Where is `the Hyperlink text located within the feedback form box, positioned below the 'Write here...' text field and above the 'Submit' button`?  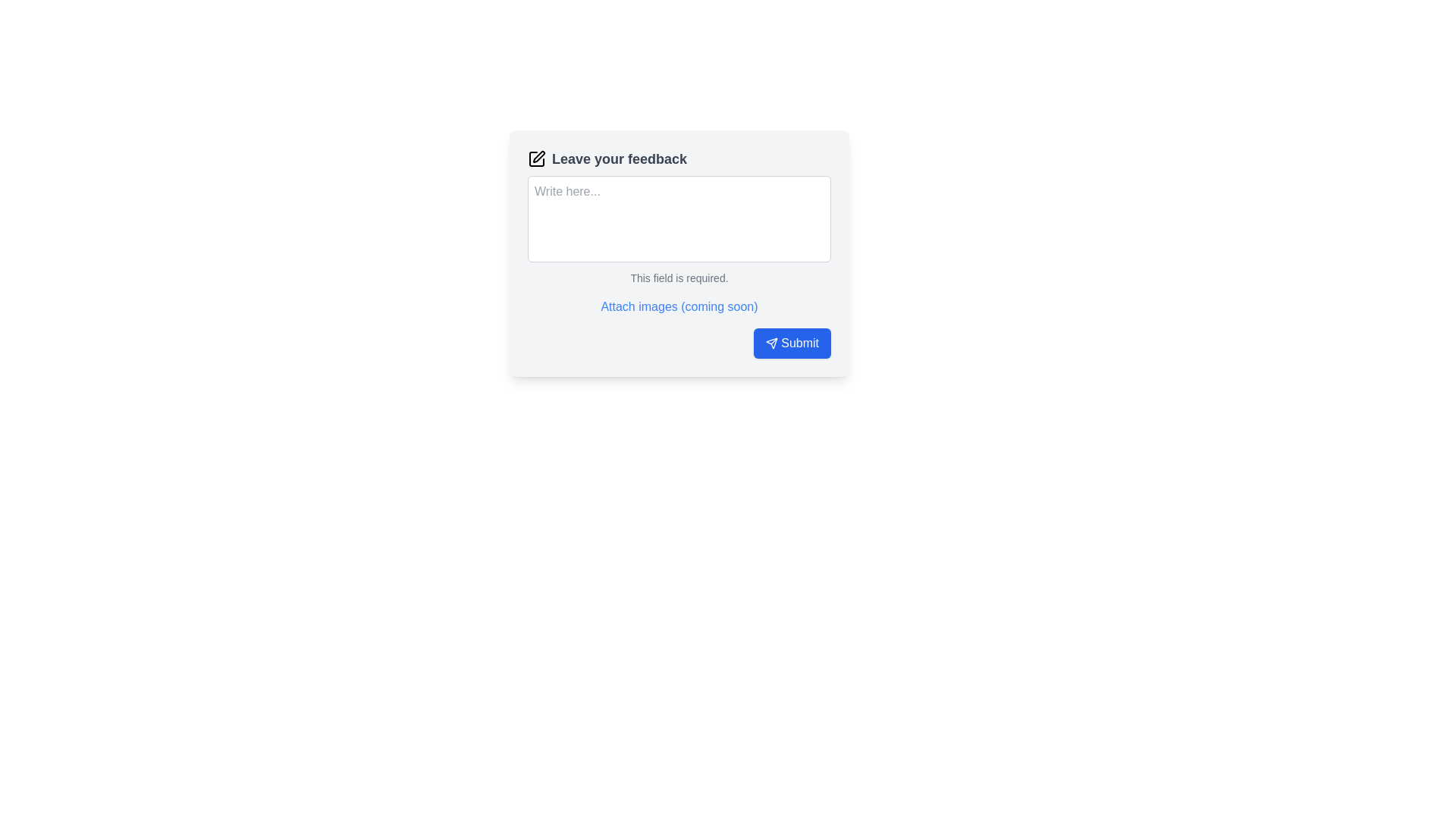
the Hyperlink text located within the feedback form box, positioned below the 'Write here...' text field and above the 'Submit' button is located at coordinates (679, 307).